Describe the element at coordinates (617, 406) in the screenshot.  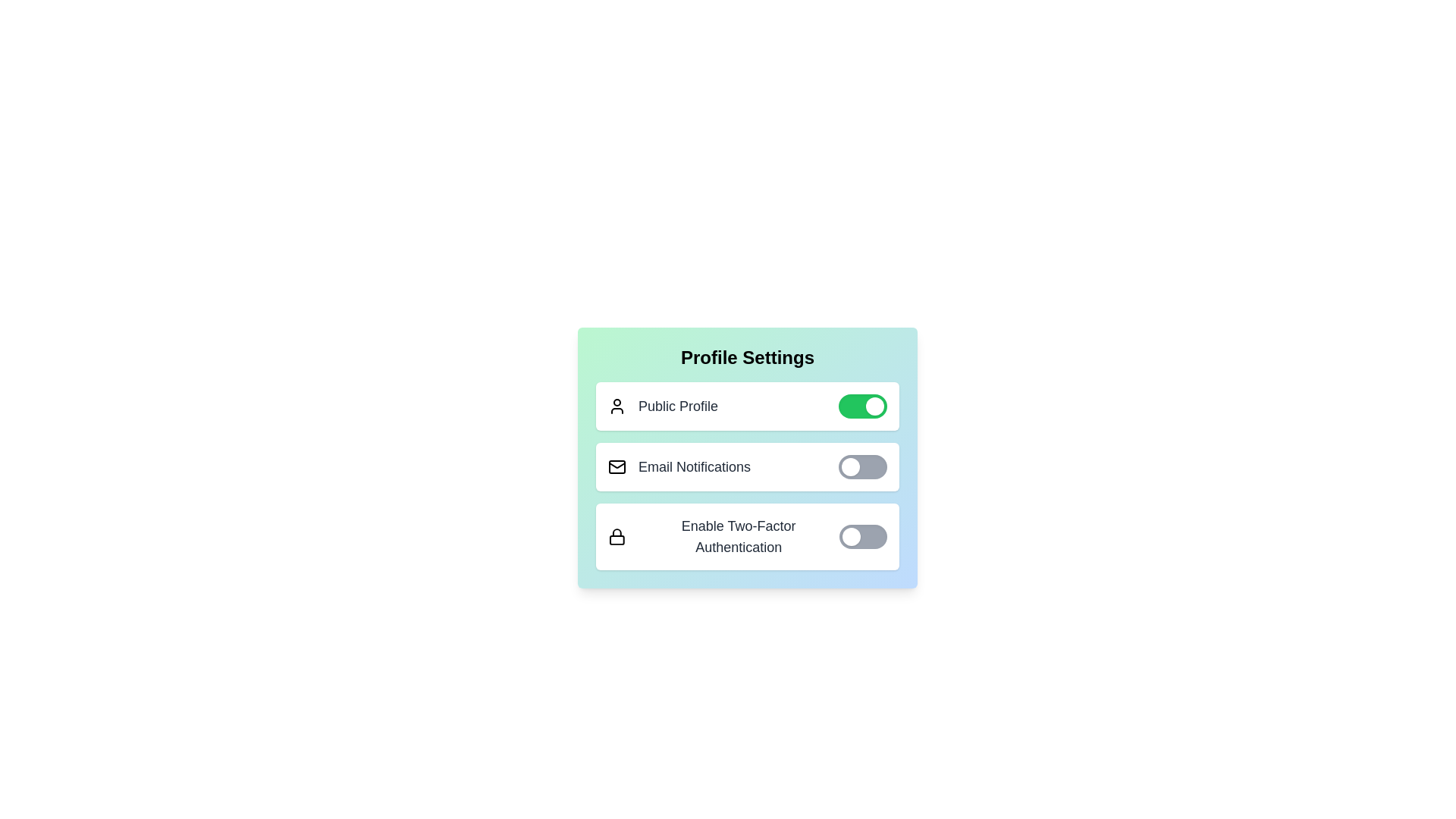
I see `the icon next to Public Profile to inspect it visually` at that location.